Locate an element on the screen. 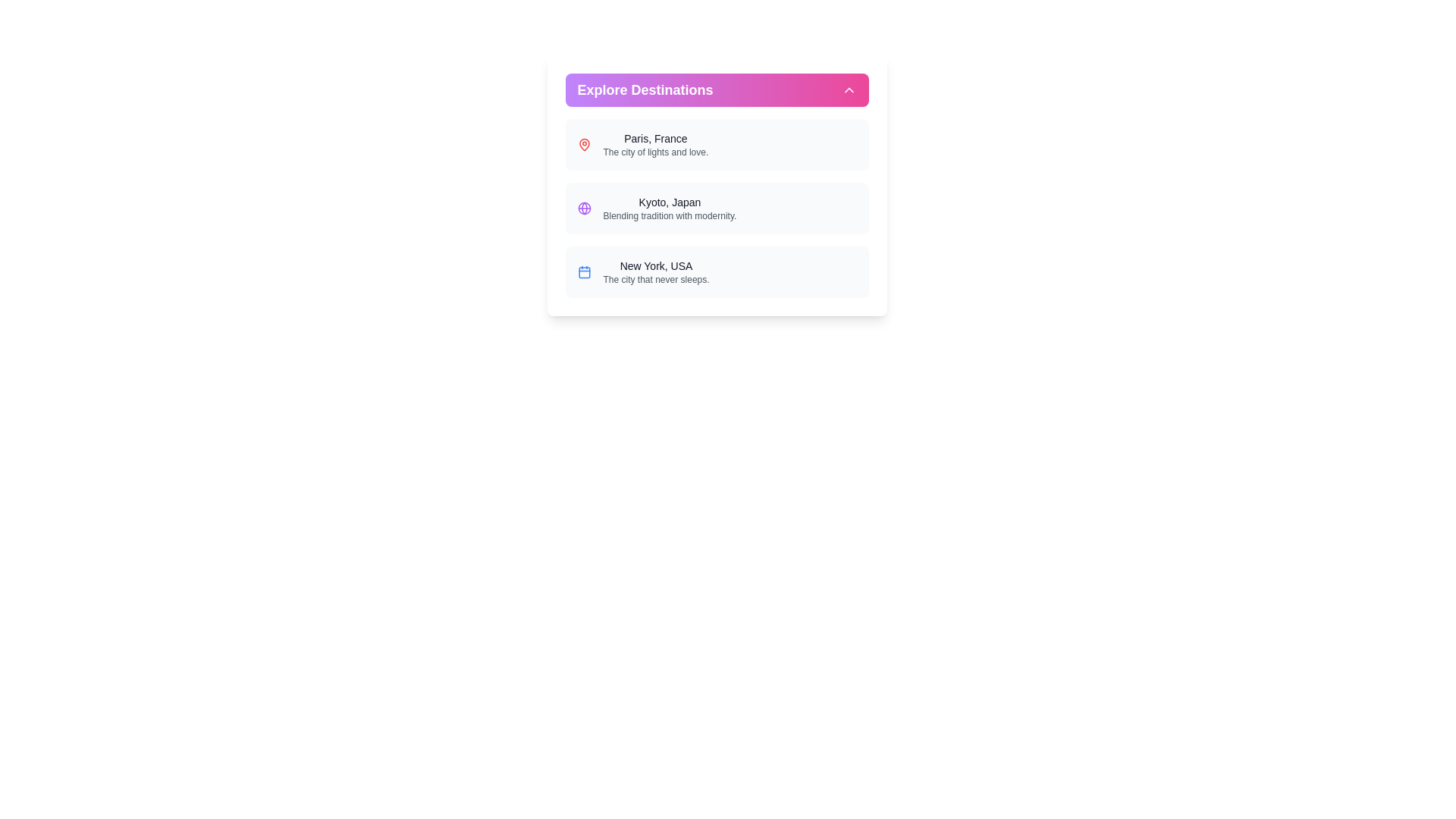 This screenshot has height=819, width=1456. the decorative vector graphic representing a location pin for 'Paris, France' in the 'Explore Destinations' section is located at coordinates (583, 145).